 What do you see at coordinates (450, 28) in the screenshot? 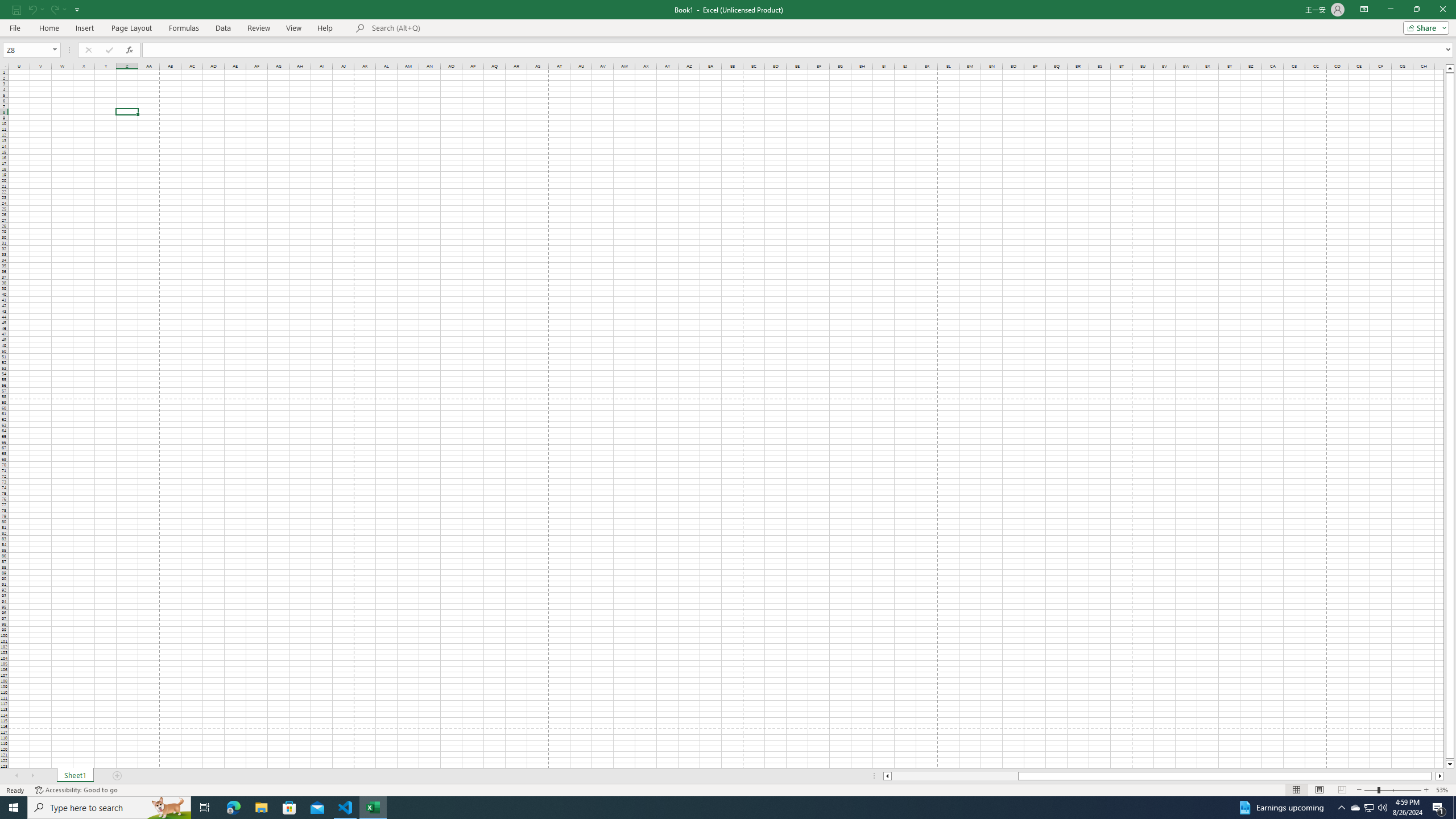
I see `'Microsoft search'` at bounding box center [450, 28].